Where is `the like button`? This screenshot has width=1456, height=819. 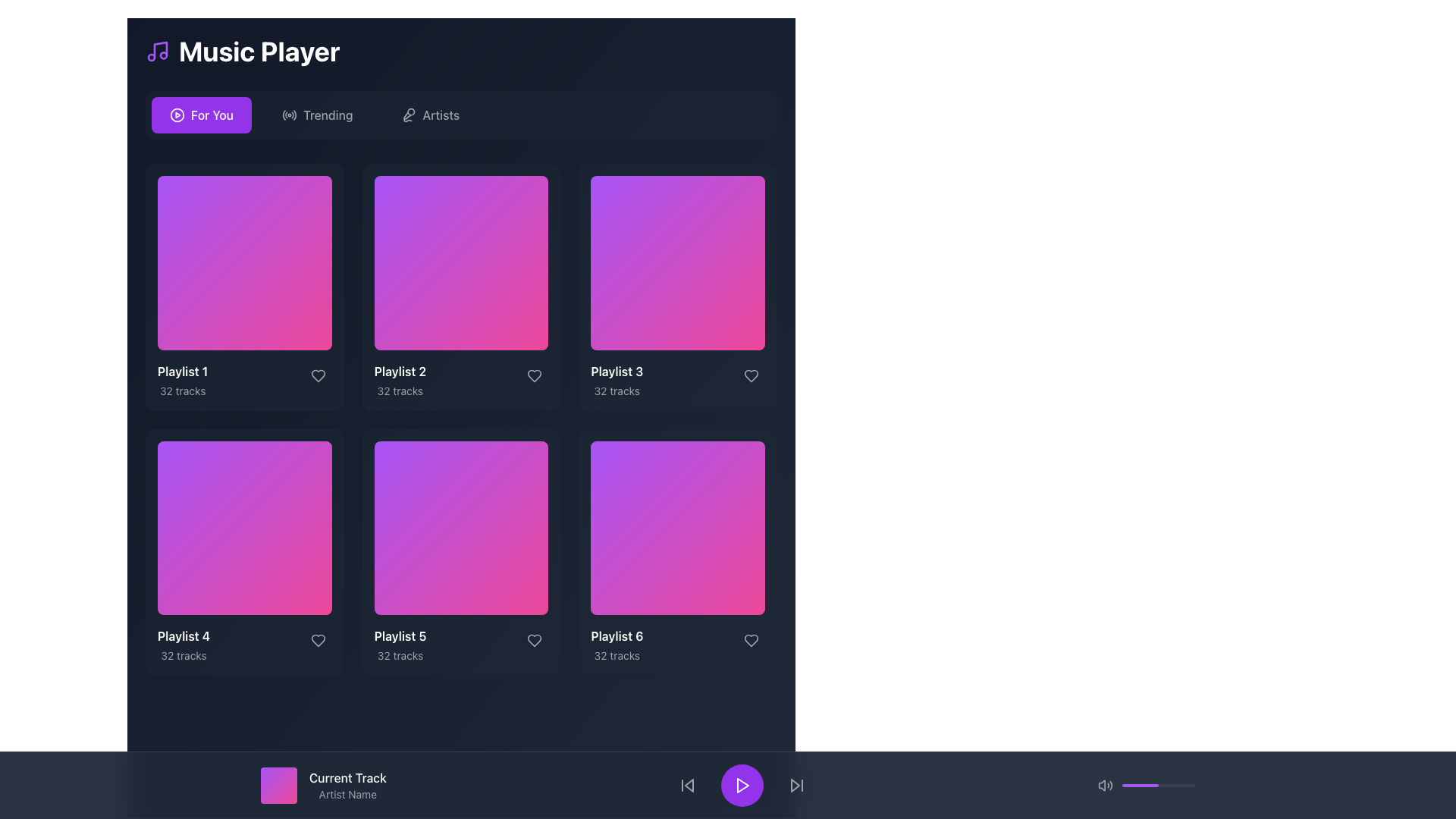
the like button is located at coordinates (317, 641).